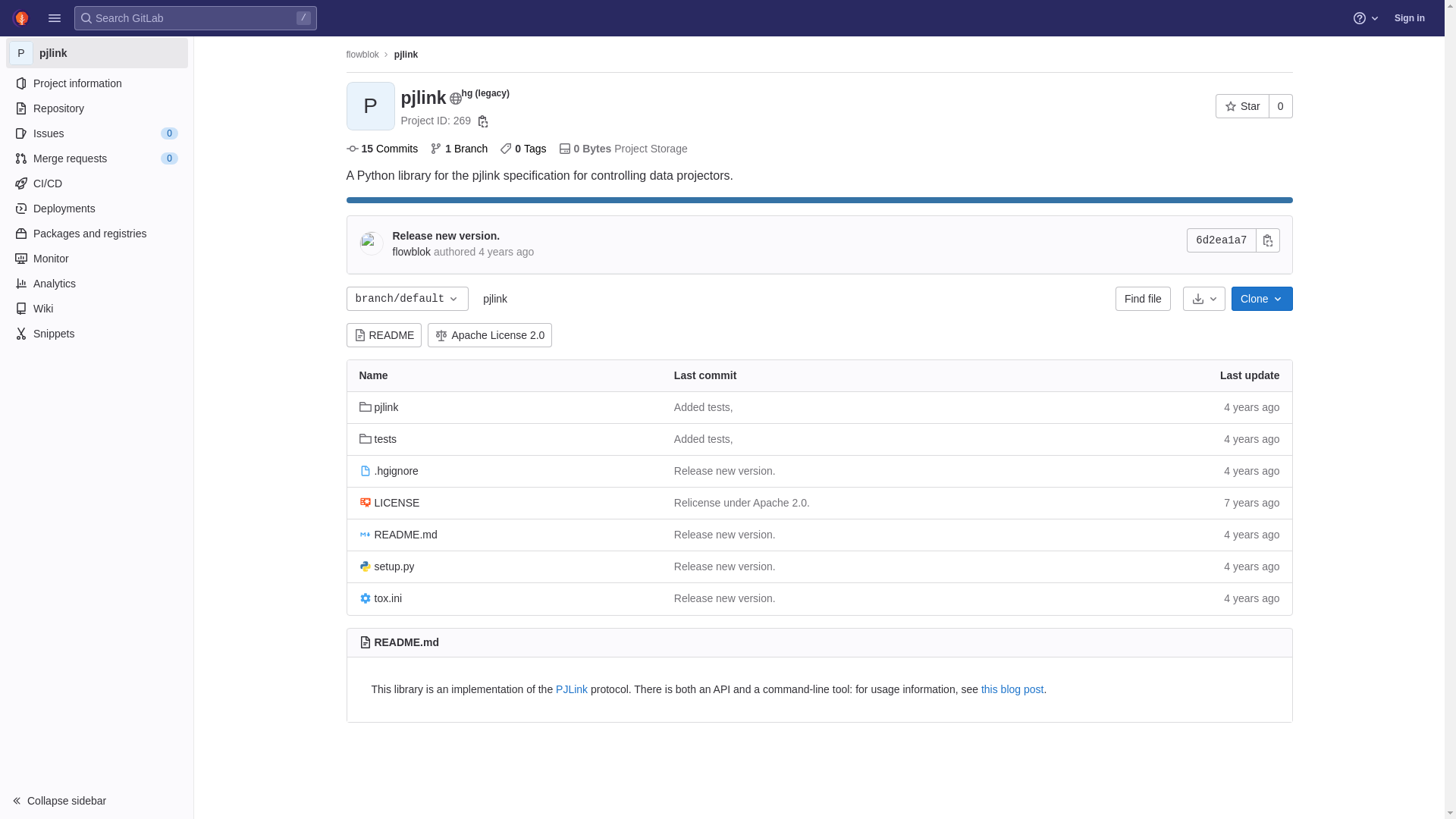  Describe the element at coordinates (389, 470) in the screenshot. I see `'.hgignore'` at that location.